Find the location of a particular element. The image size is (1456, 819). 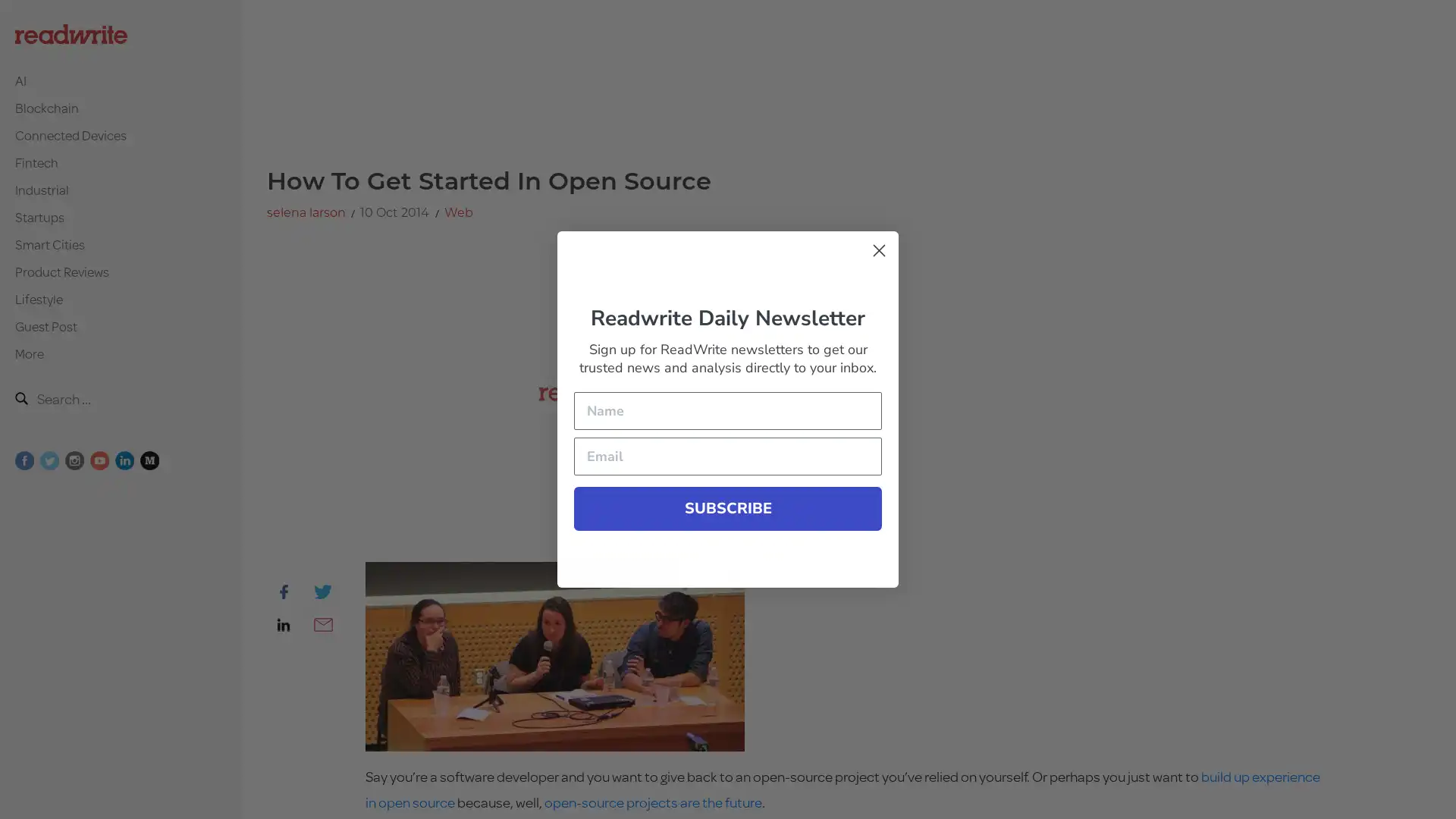

Submit is located at coordinates (1318, 727).